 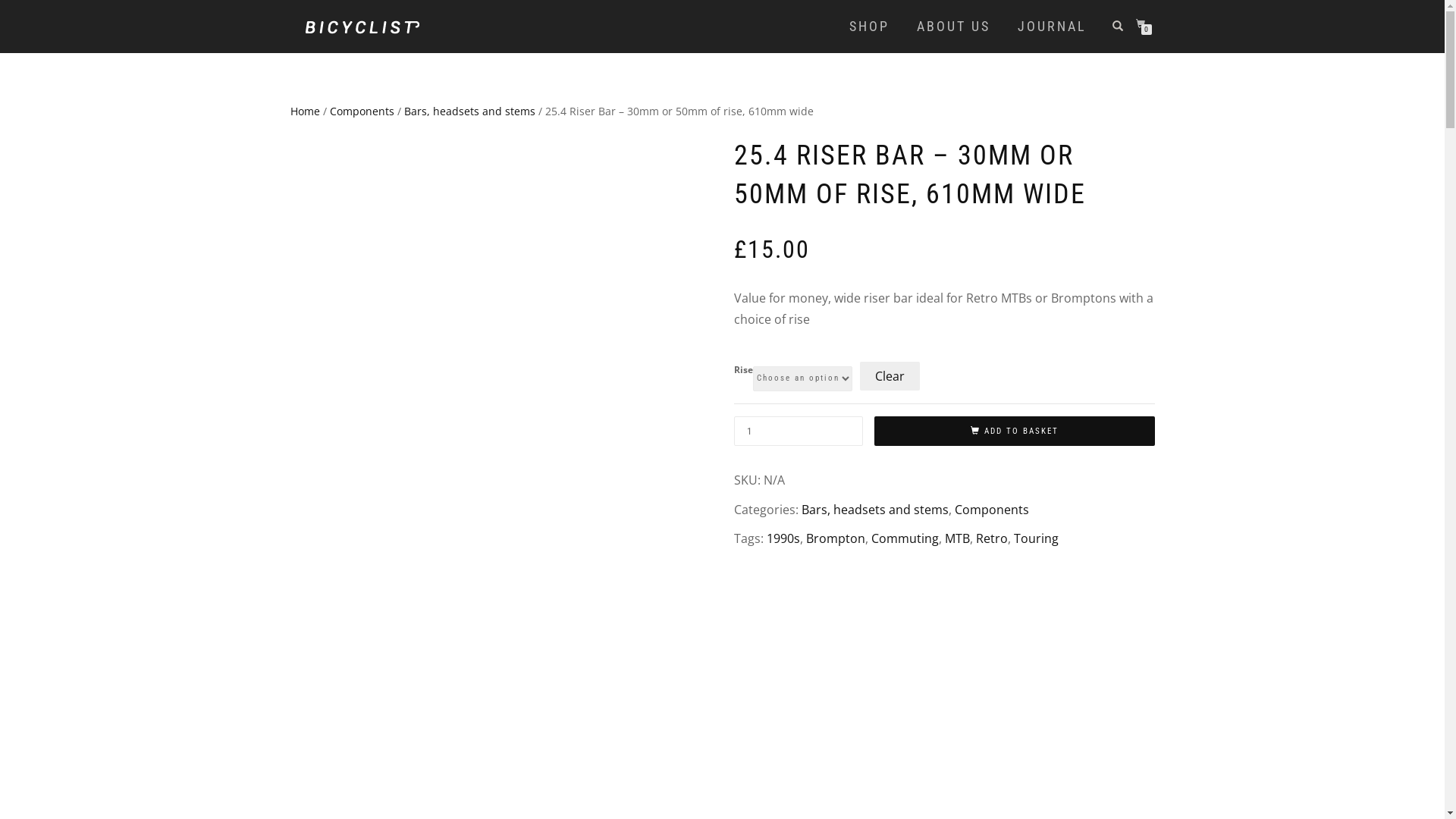 I want to click on 'SHOP', so click(x=868, y=26).